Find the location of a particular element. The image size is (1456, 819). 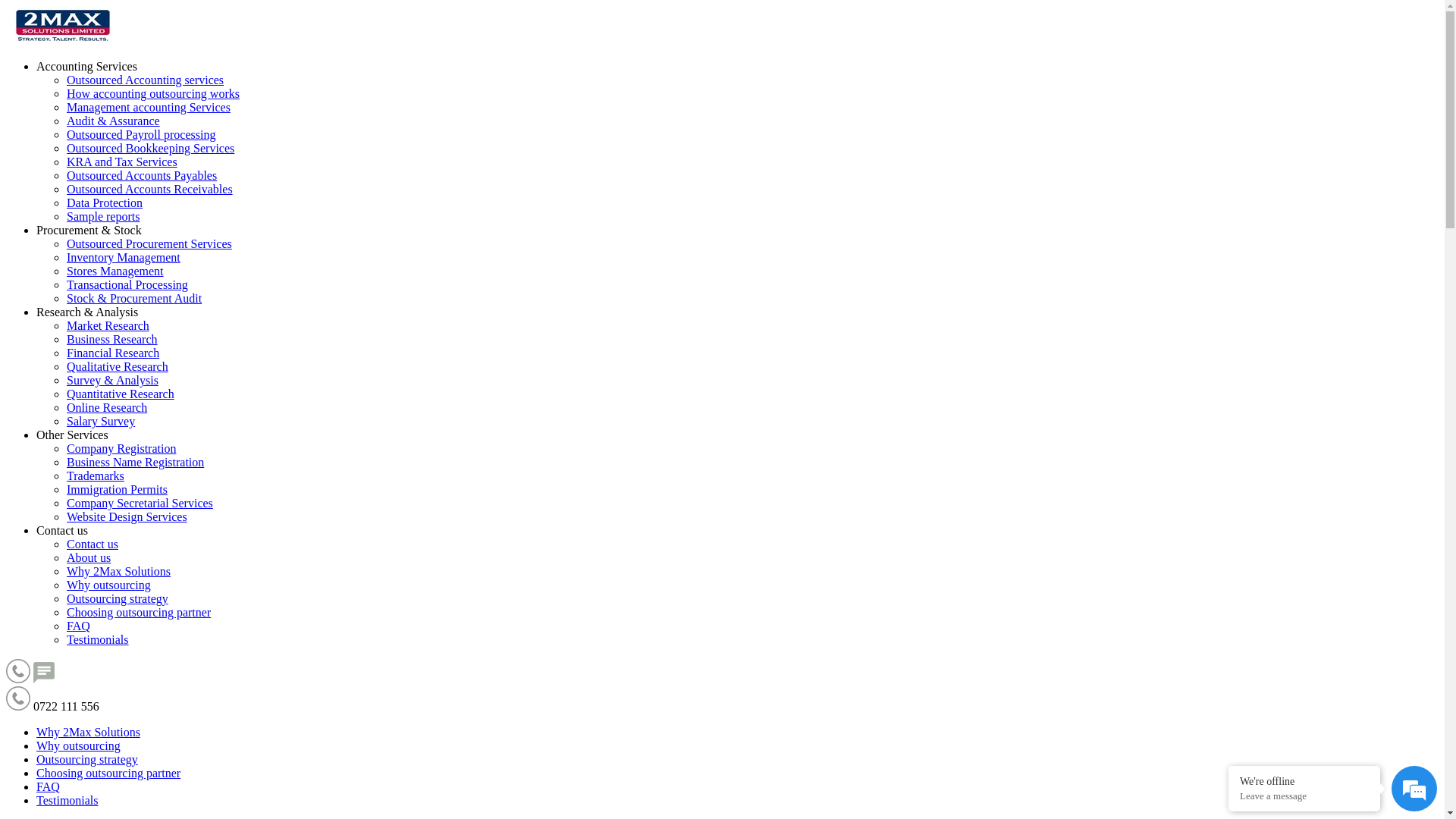

'Outsourced Procurement Services' is located at coordinates (65, 243).